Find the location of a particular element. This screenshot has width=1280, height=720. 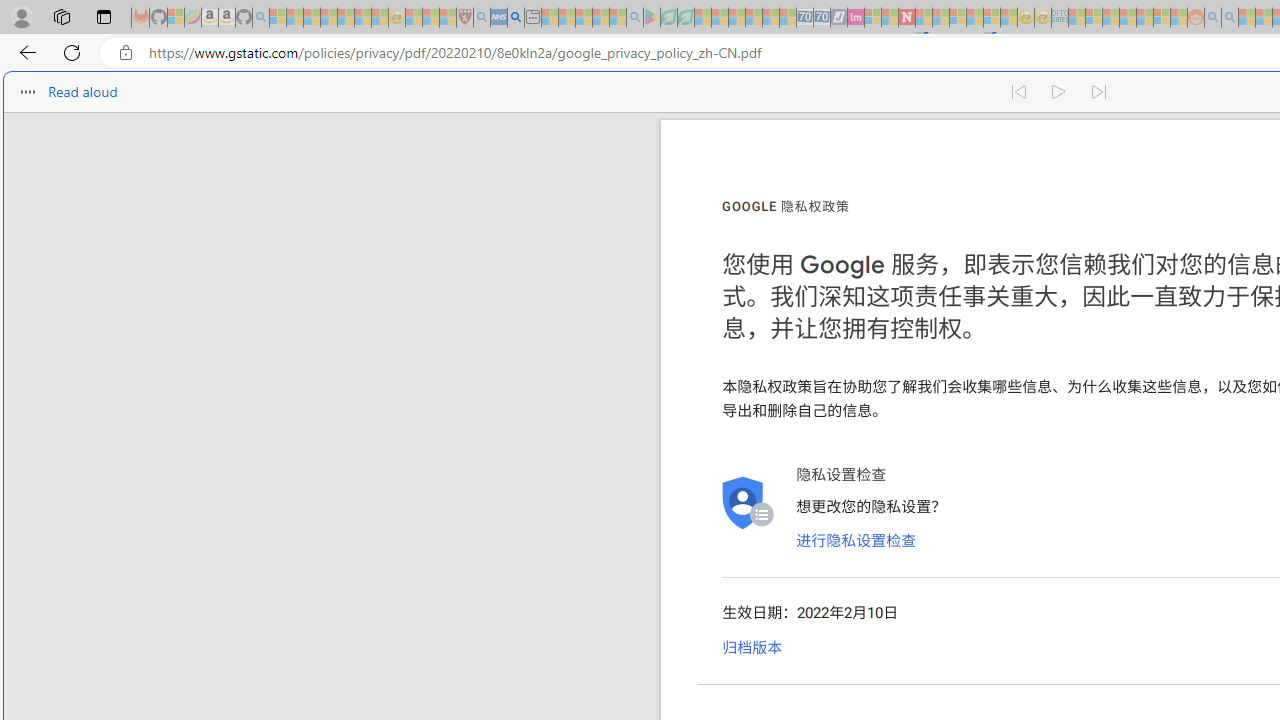

'Read previous paragraph' is located at coordinates (1018, 92).